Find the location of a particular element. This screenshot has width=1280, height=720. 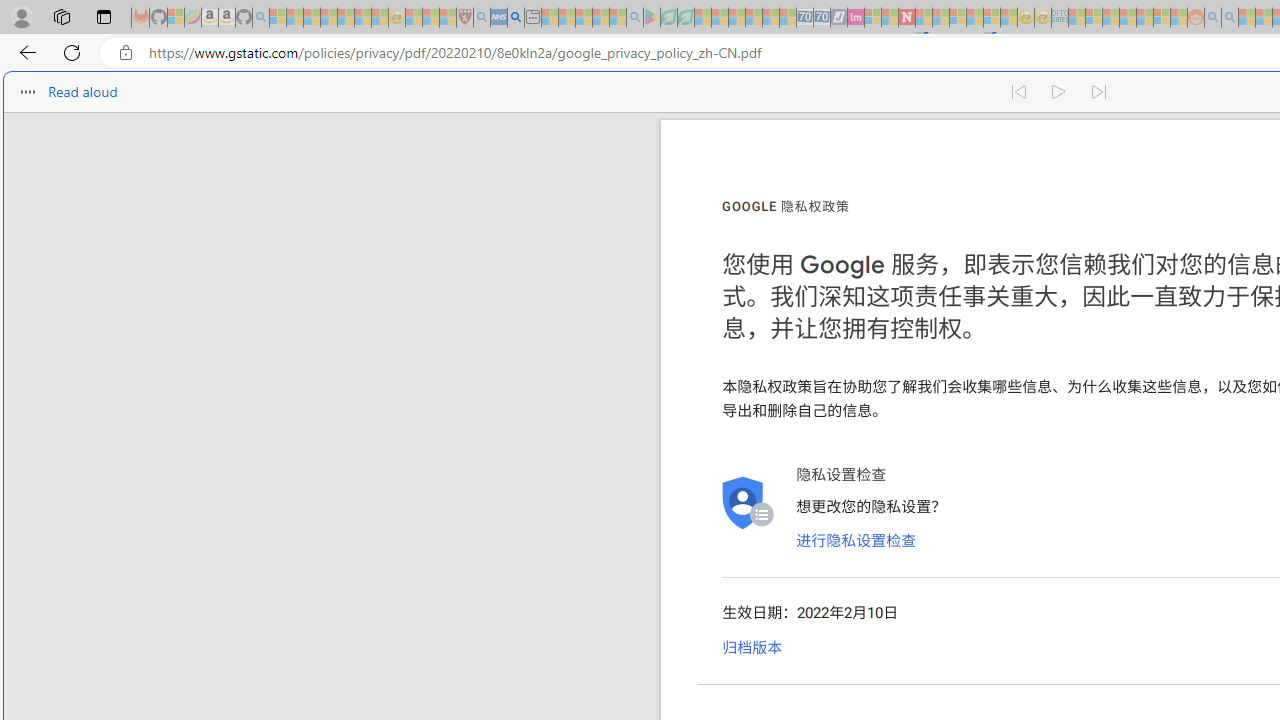

'Read previous paragraph' is located at coordinates (1018, 92).